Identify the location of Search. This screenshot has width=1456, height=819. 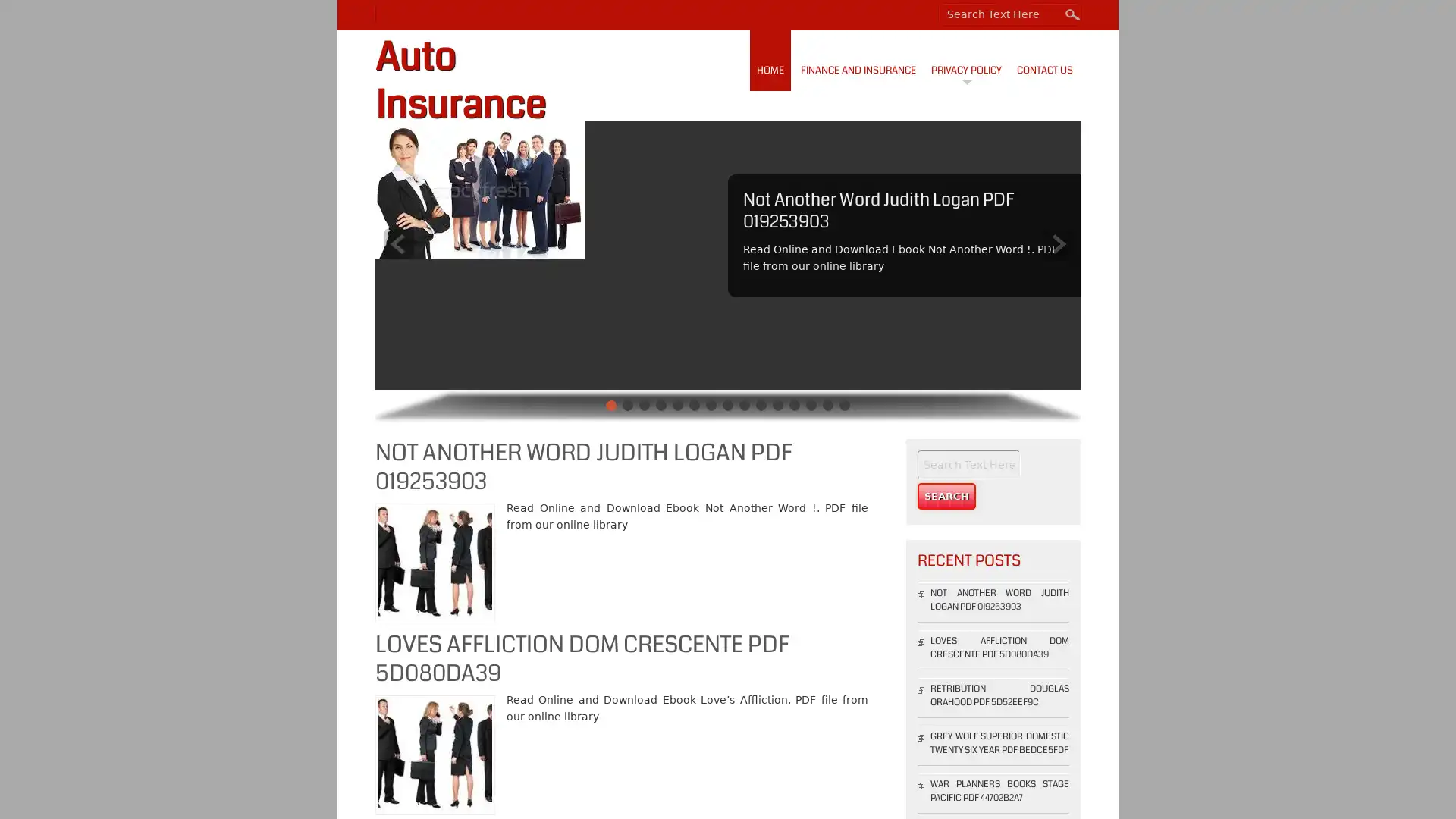
(946, 496).